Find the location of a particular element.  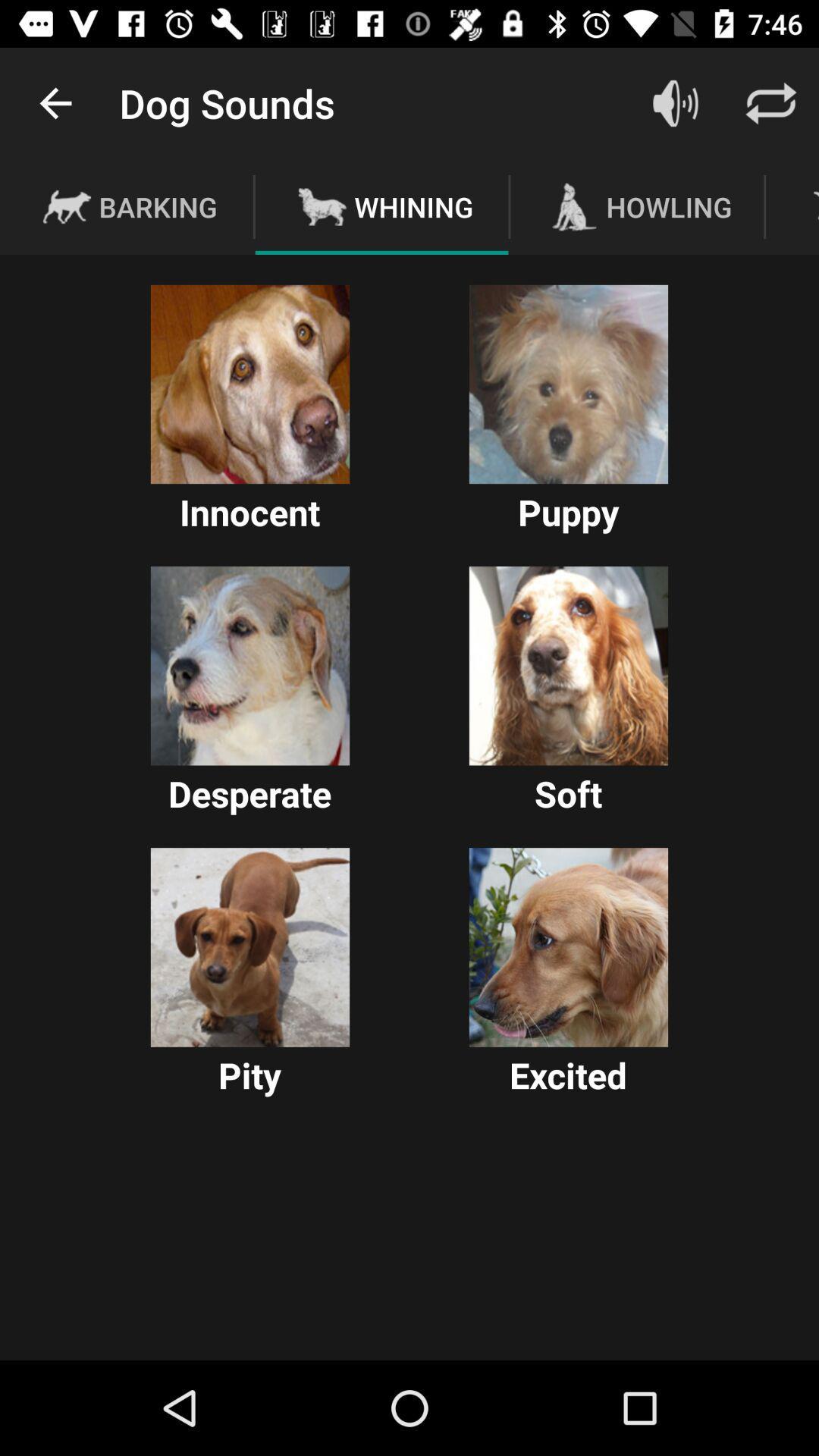

item next to the dog sounds app is located at coordinates (55, 102).